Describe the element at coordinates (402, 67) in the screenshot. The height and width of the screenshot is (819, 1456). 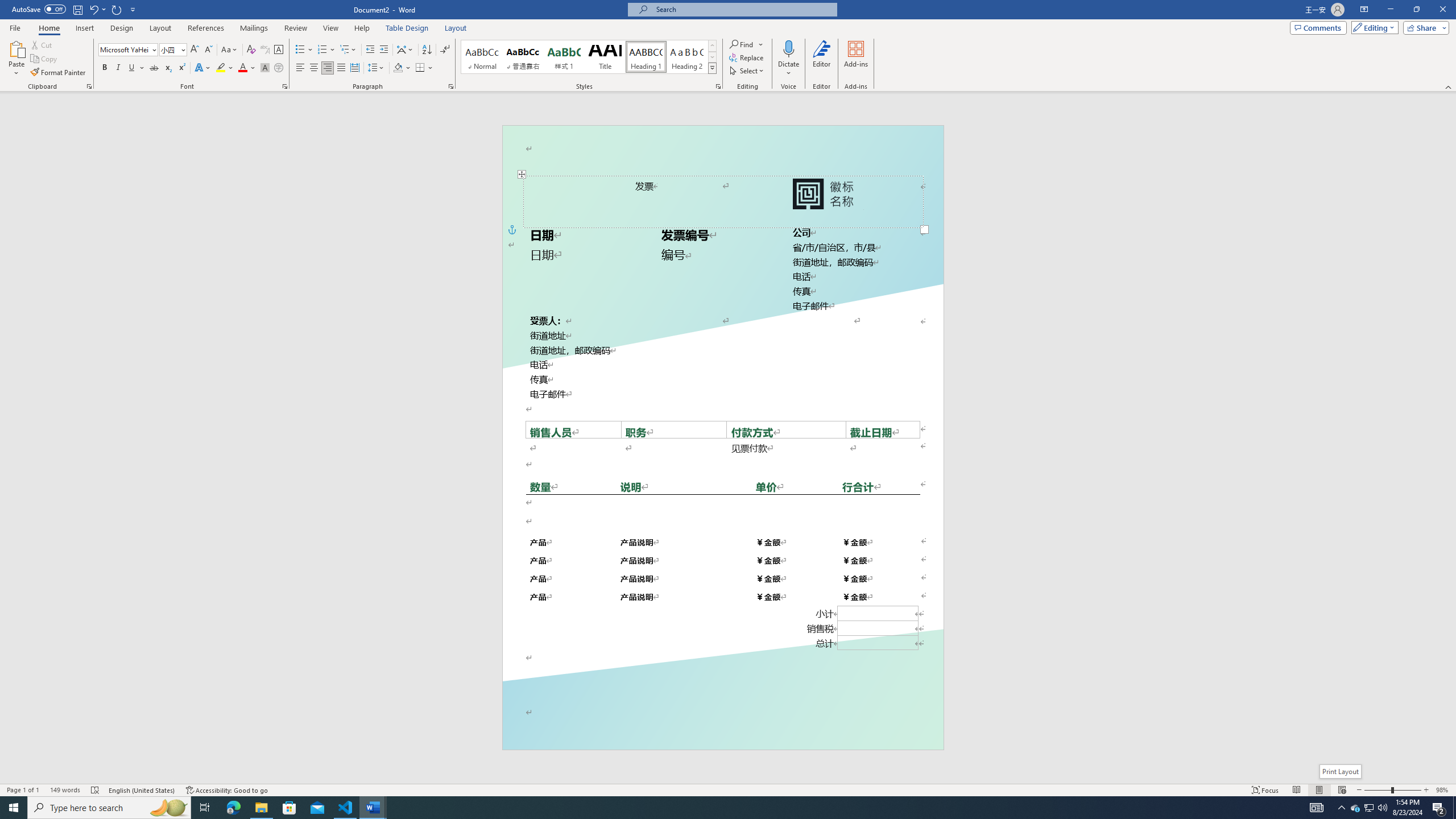
I see `'Shading'` at that location.